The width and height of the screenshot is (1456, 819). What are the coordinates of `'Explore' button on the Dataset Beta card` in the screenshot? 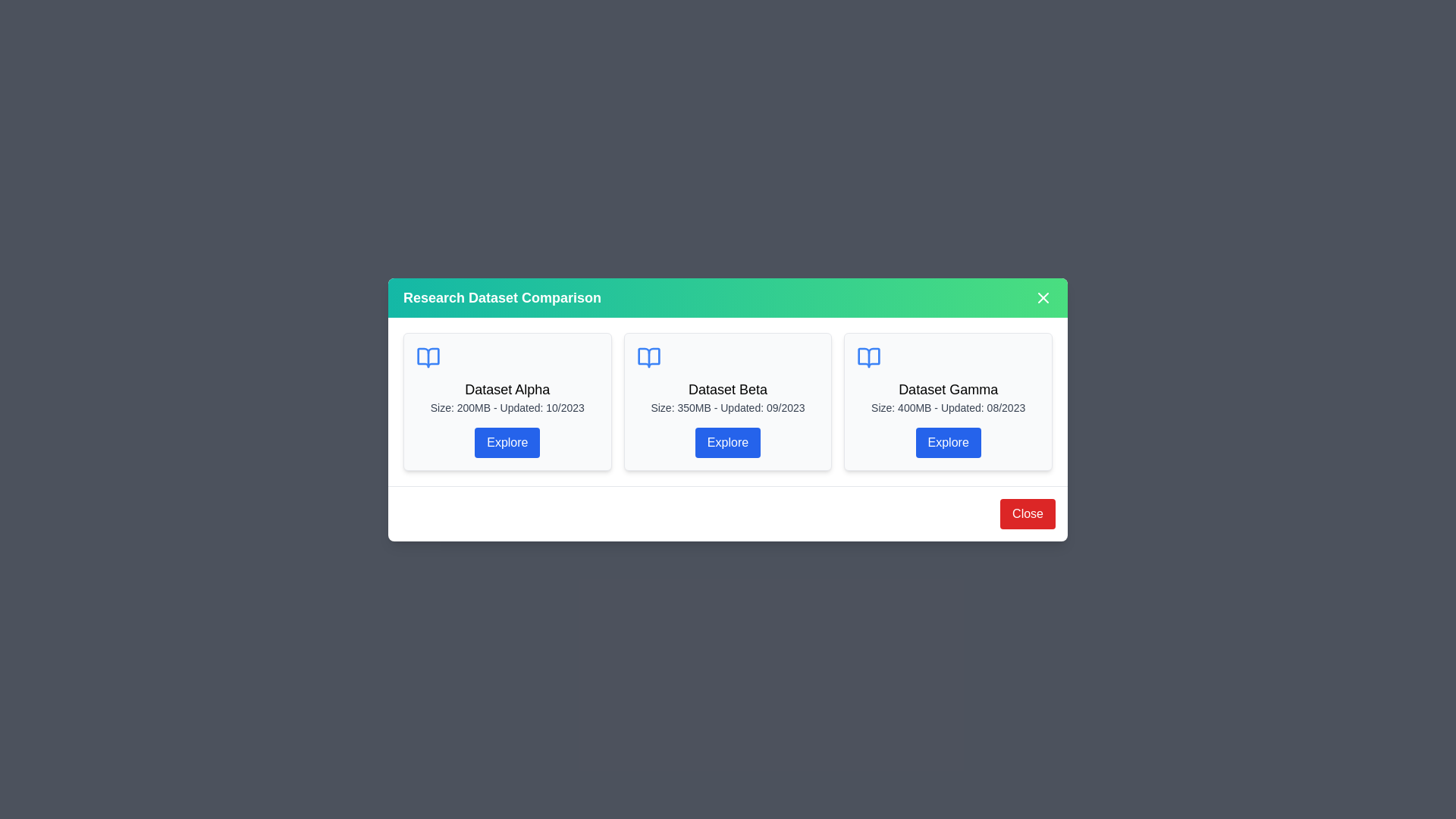 It's located at (728, 442).